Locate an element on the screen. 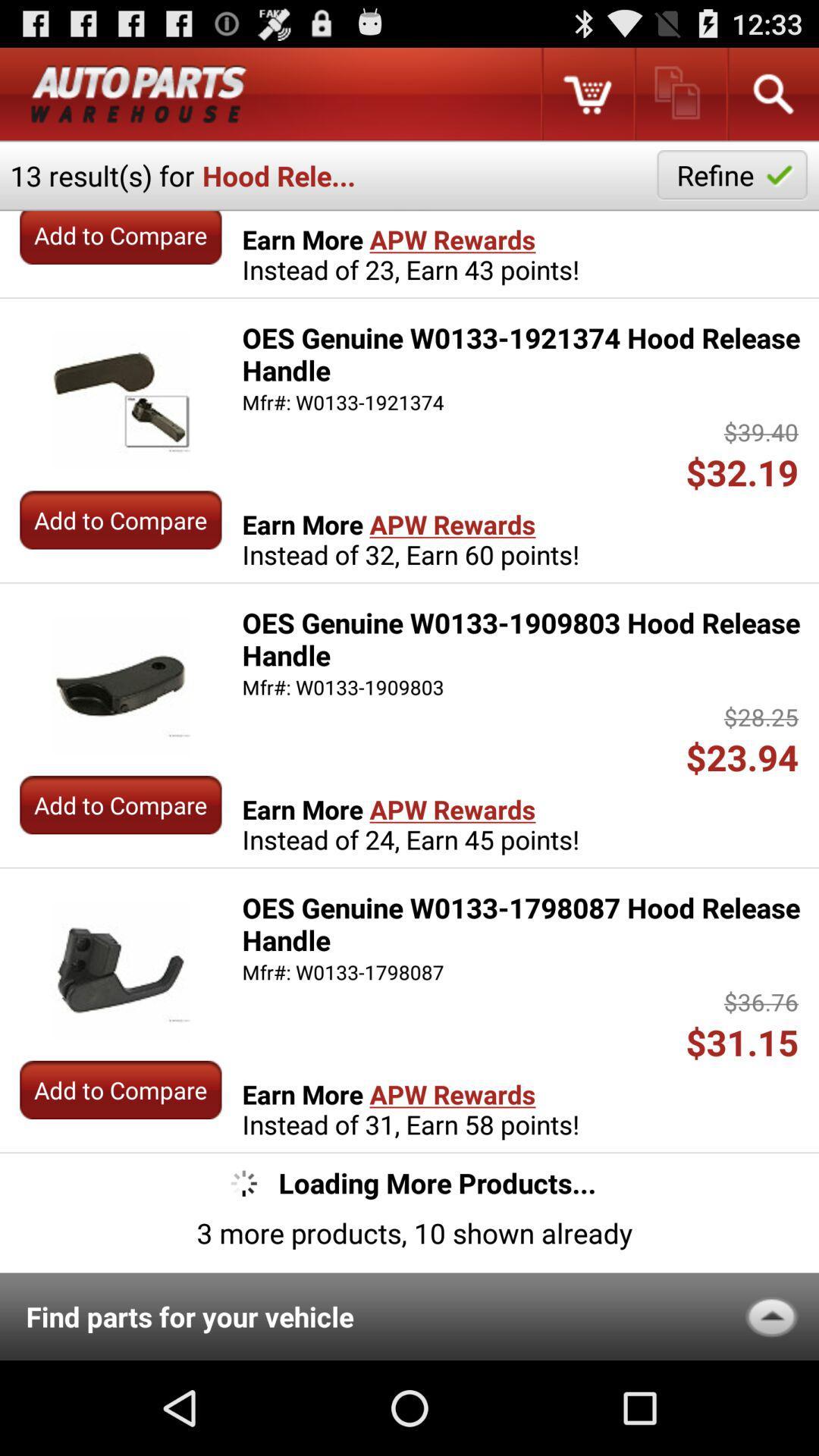 The width and height of the screenshot is (819, 1456). the search icon is located at coordinates (772, 99).